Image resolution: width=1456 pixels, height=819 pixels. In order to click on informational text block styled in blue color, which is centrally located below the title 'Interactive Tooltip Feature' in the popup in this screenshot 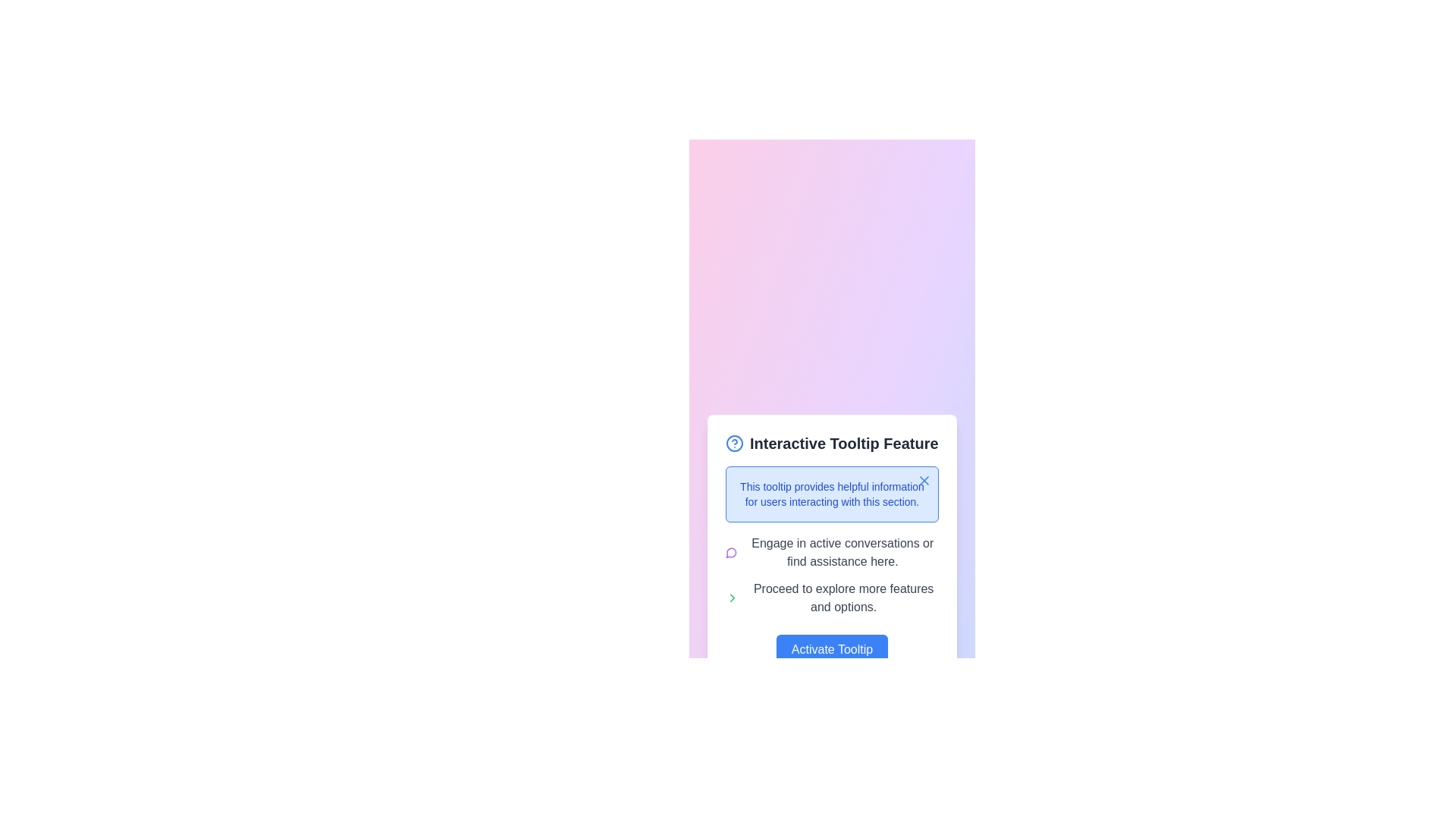, I will do `click(831, 494)`.